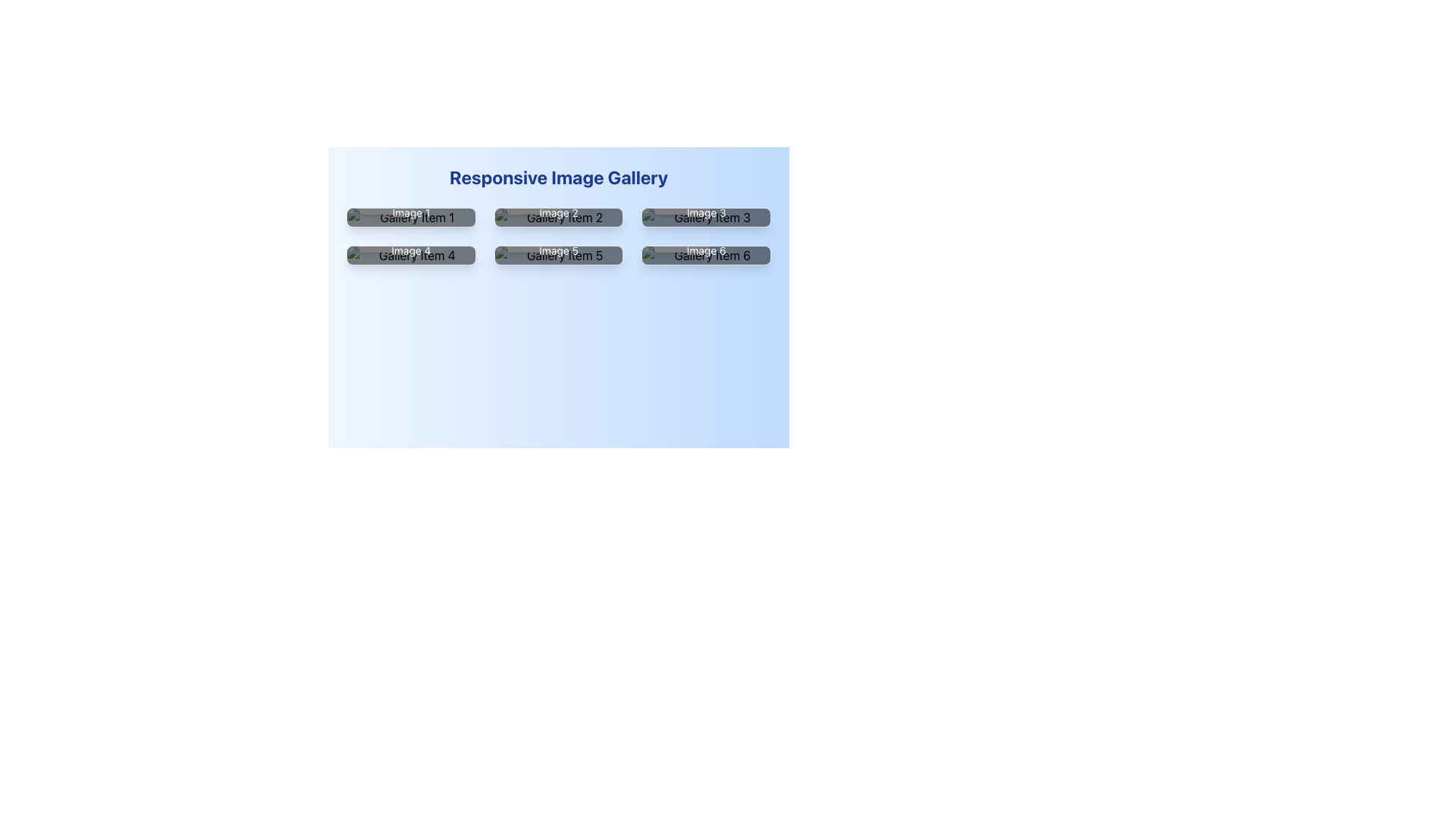 The height and width of the screenshot is (819, 1456). I want to click on the image displaying the placeholder text 'Image 2' in the gallery layout, so click(557, 217).